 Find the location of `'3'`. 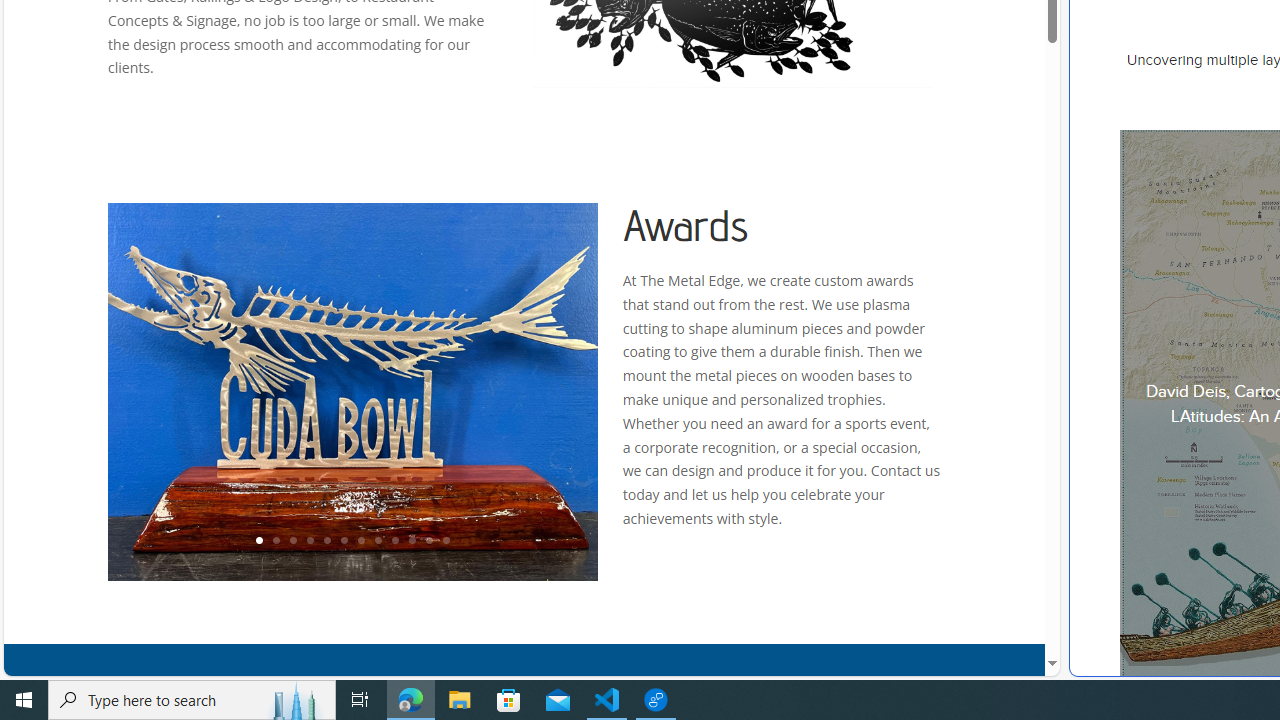

'3' is located at coordinates (292, 541).